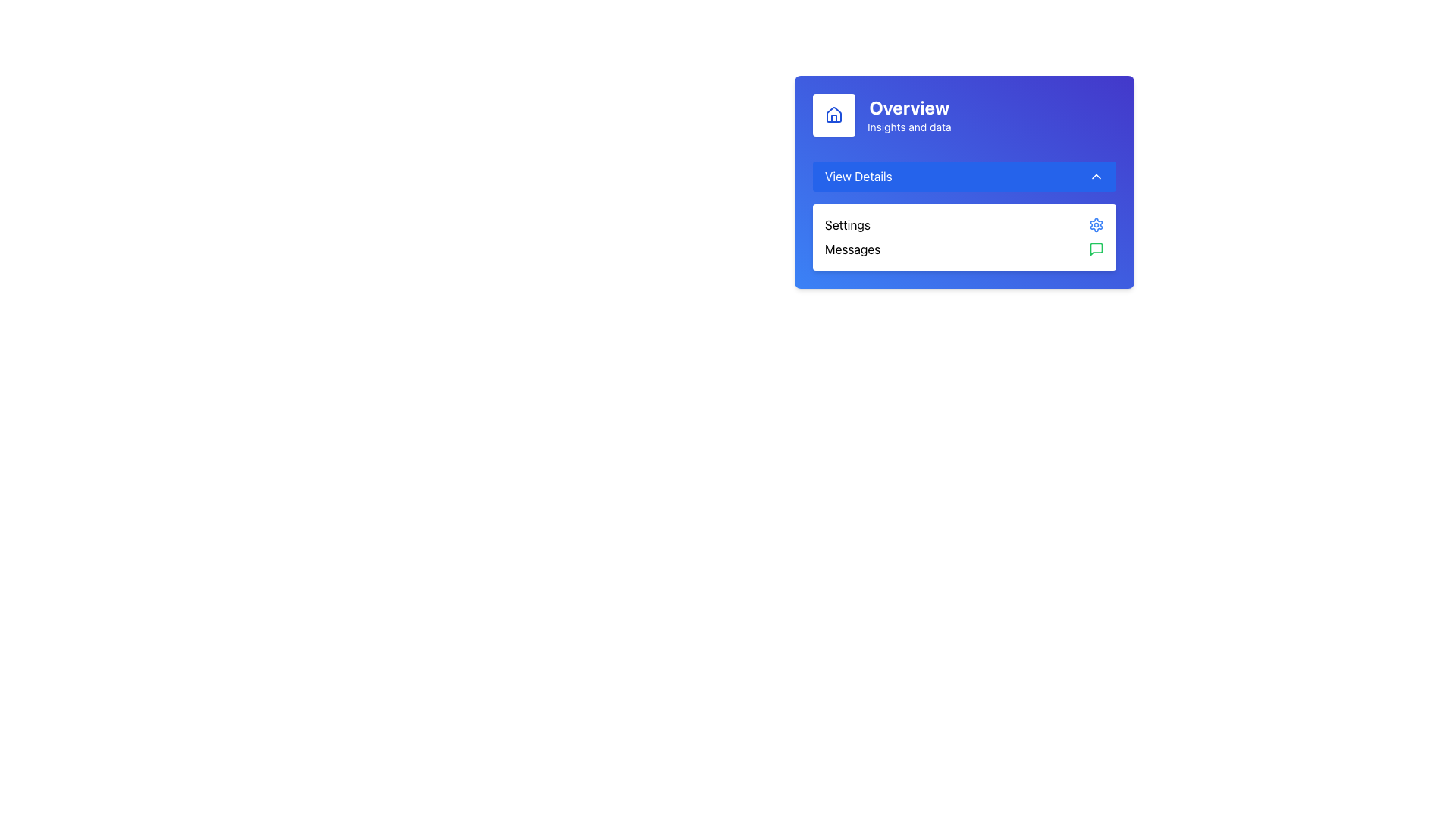 Image resolution: width=1456 pixels, height=819 pixels. What do you see at coordinates (1096, 248) in the screenshot?
I see `the speech bubble icon with a green outline, located to the right of the 'Messages' label` at bounding box center [1096, 248].